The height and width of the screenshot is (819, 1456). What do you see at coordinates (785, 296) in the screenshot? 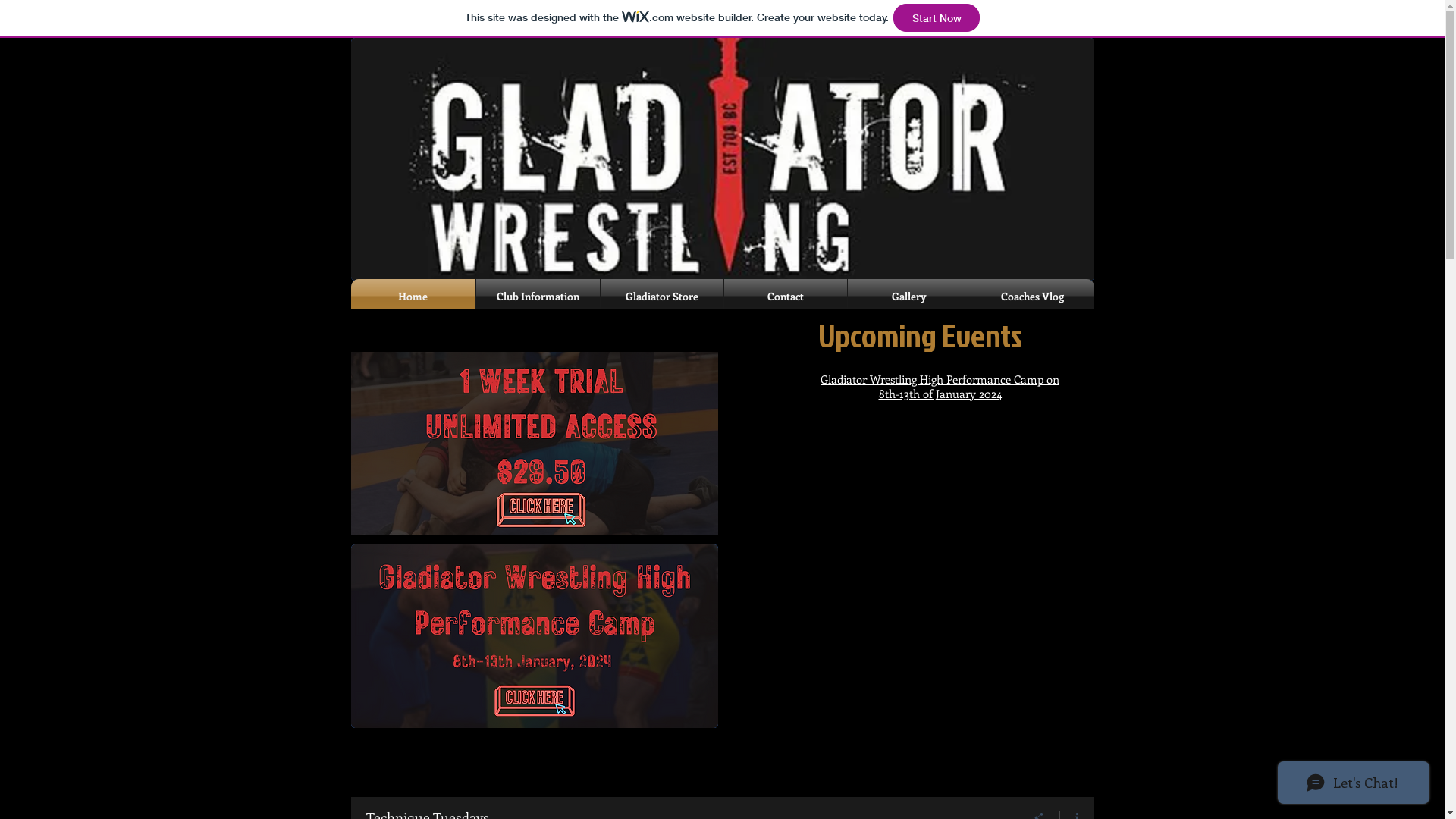
I see `'Contact'` at bounding box center [785, 296].